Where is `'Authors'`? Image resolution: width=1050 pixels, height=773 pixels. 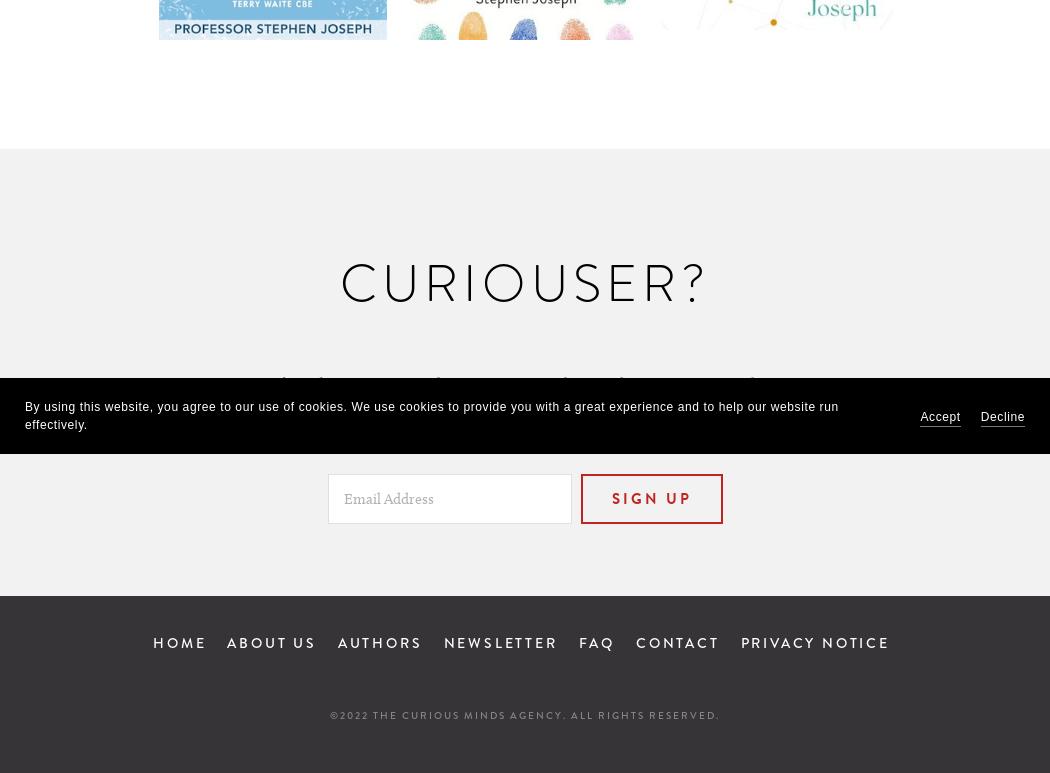
'Authors' is located at coordinates (379, 642).